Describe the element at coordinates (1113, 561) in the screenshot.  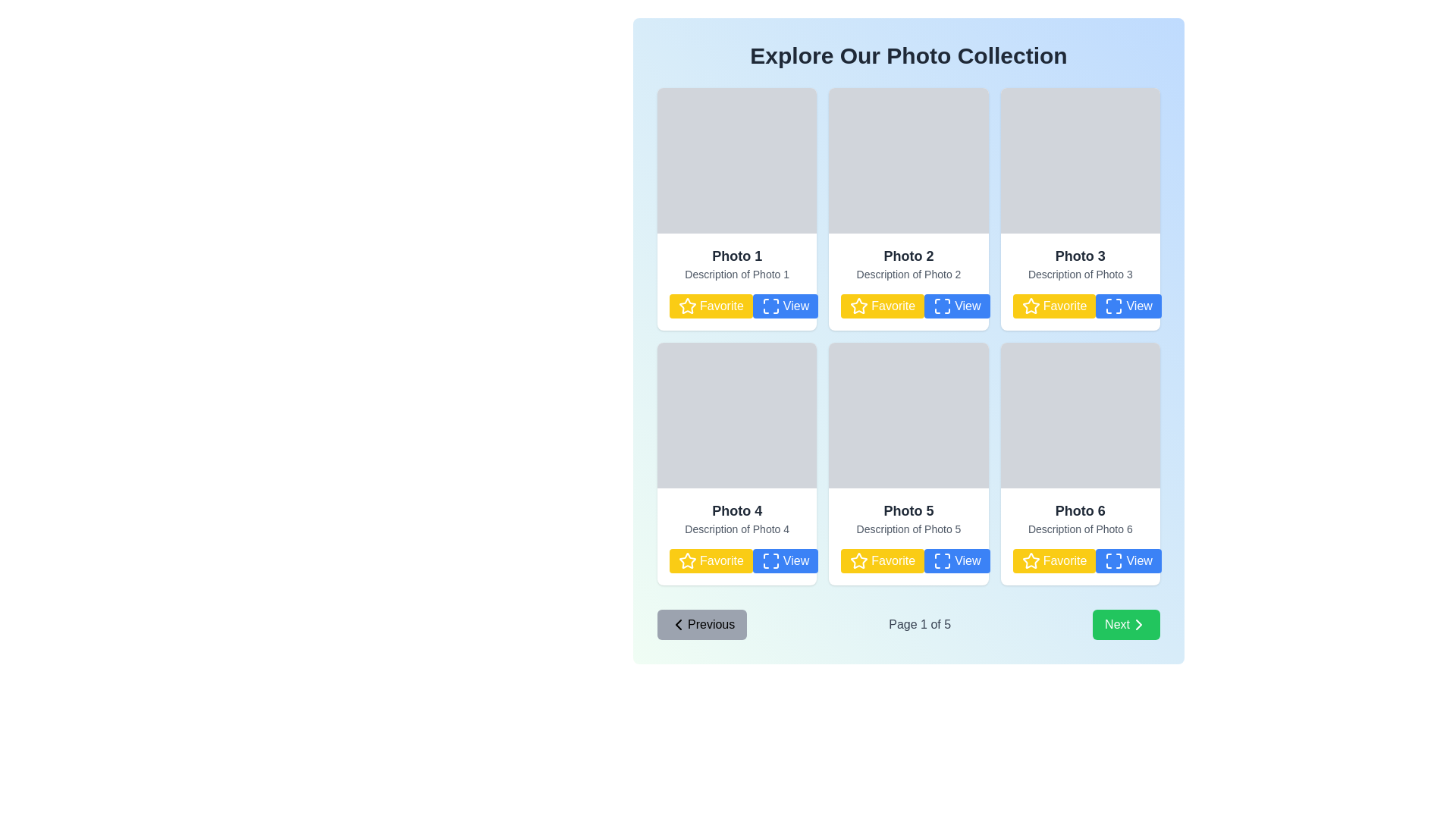
I see `the maximize icon located within the blue 'View' button at the left end, associated with 'Photo 6' in the grid layout` at that location.